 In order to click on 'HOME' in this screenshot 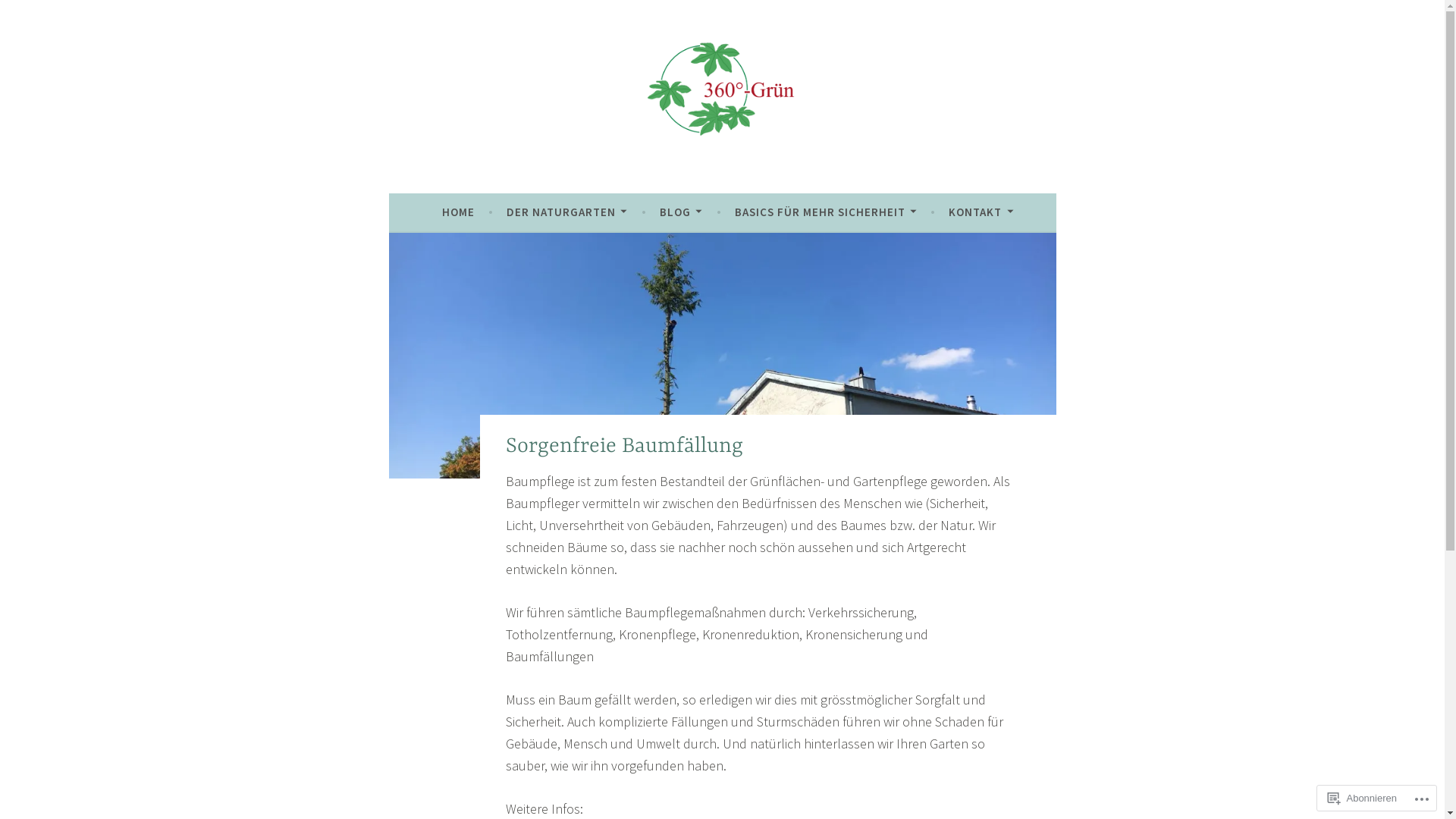, I will do `click(441, 212)`.